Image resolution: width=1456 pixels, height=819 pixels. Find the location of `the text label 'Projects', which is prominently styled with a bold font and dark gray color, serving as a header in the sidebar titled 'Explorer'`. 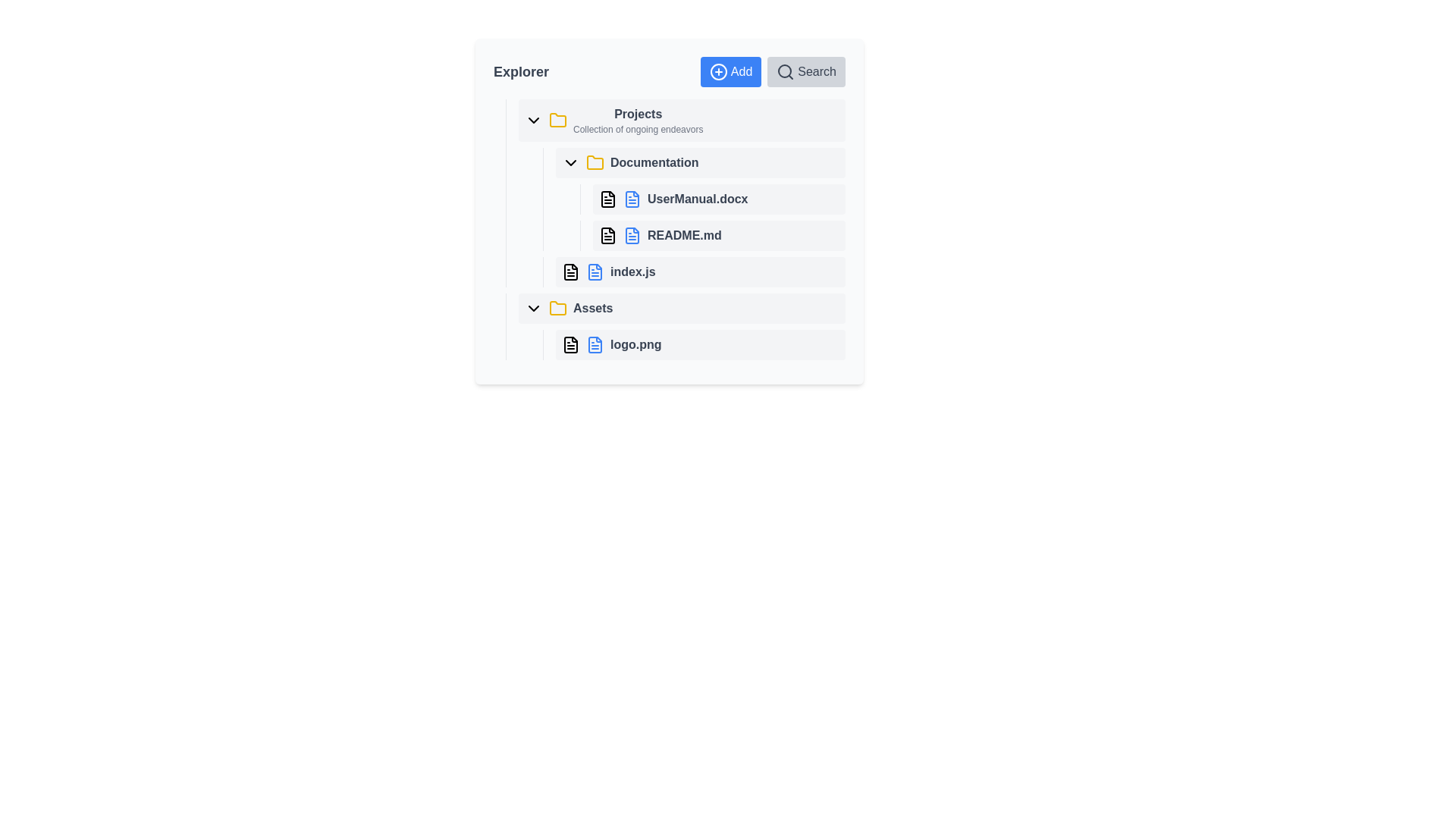

the text label 'Projects', which is prominently styled with a bold font and dark gray color, serving as a header in the sidebar titled 'Explorer' is located at coordinates (638, 113).